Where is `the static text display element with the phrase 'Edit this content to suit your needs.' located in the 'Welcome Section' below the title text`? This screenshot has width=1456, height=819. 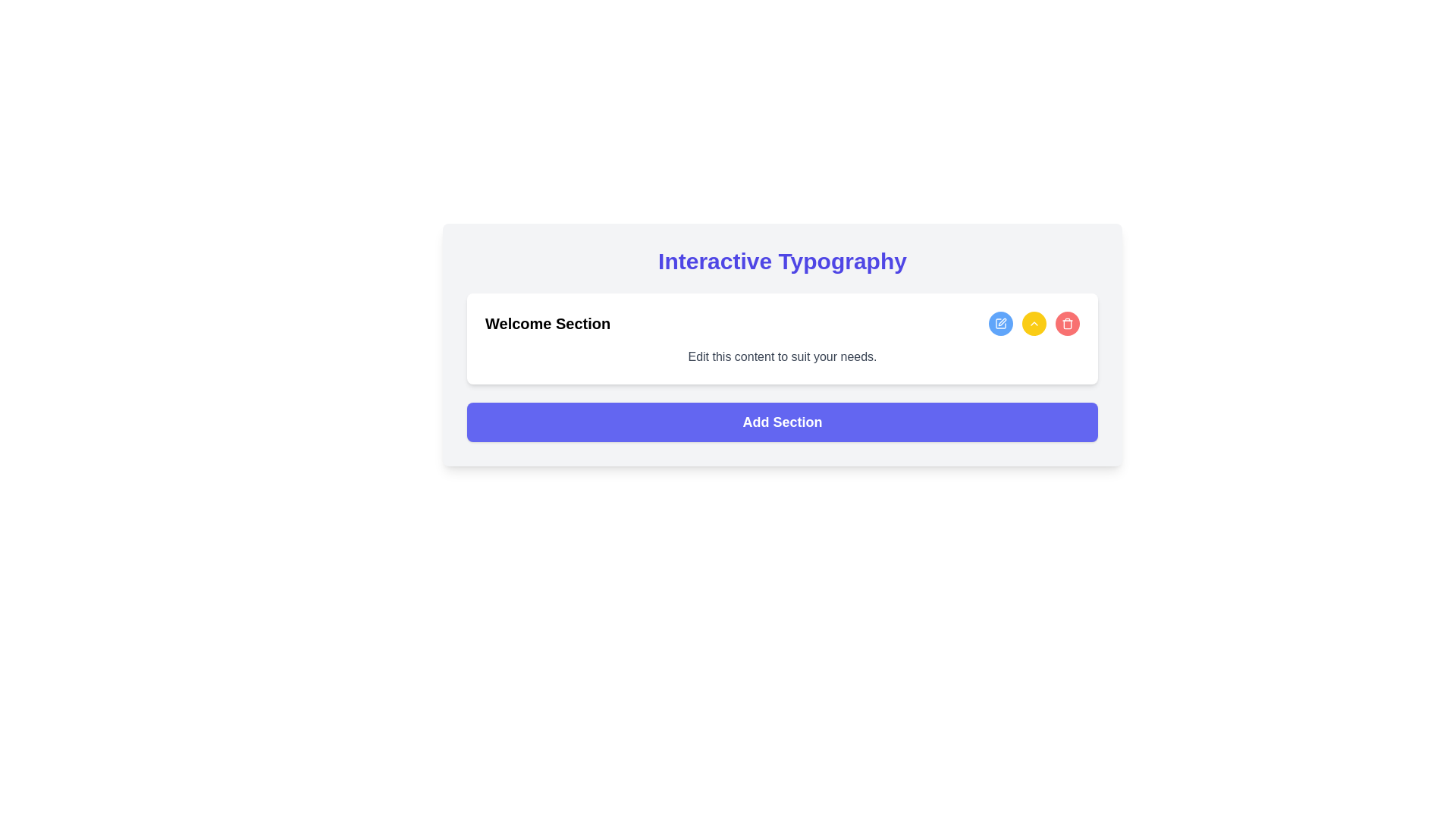 the static text display element with the phrase 'Edit this content to suit your needs.' located in the 'Welcome Section' below the title text is located at coordinates (783, 356).